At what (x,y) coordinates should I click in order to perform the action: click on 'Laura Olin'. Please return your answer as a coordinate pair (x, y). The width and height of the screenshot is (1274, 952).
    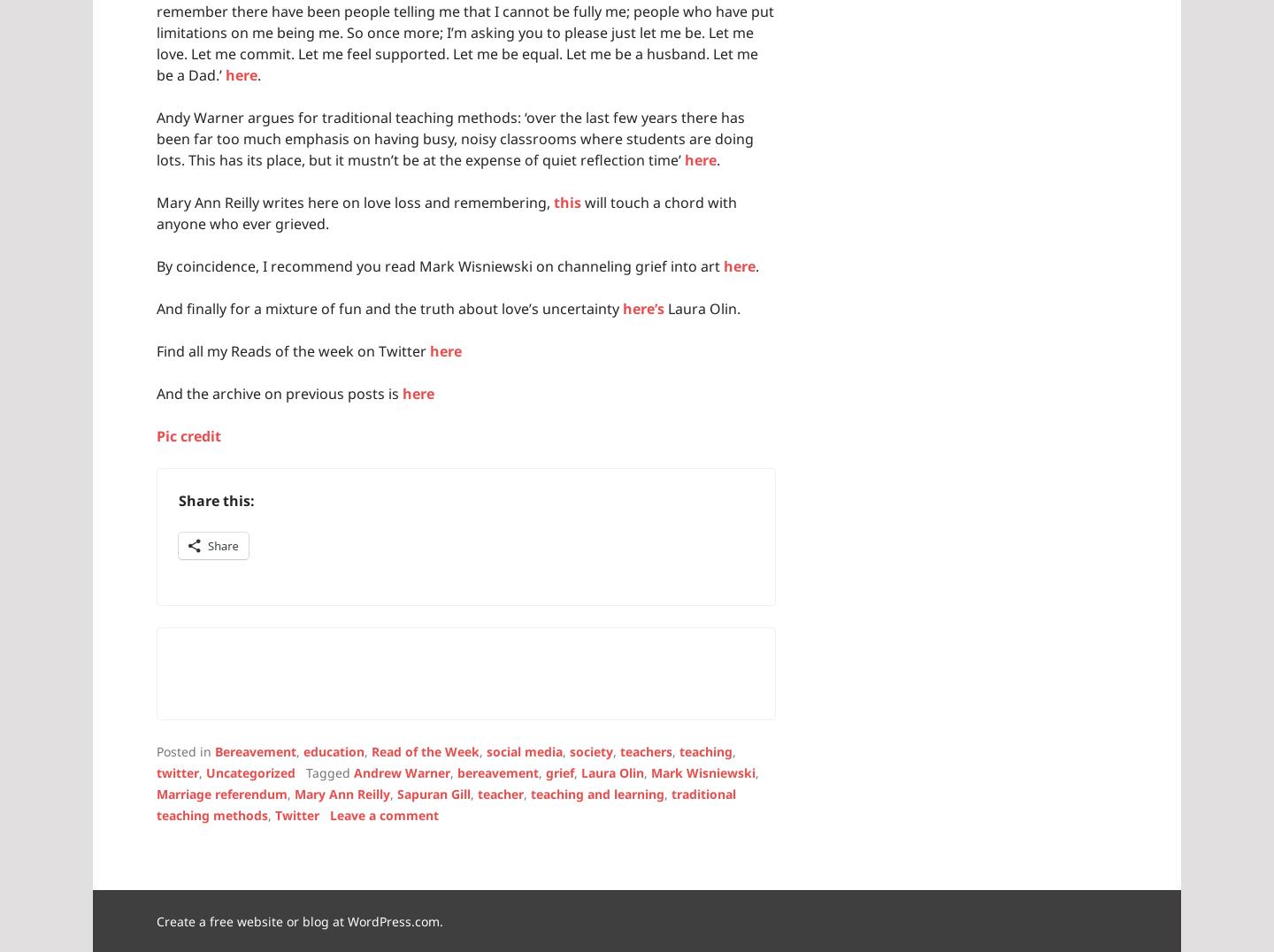
    Looking at the image, I should click on (579, 772).